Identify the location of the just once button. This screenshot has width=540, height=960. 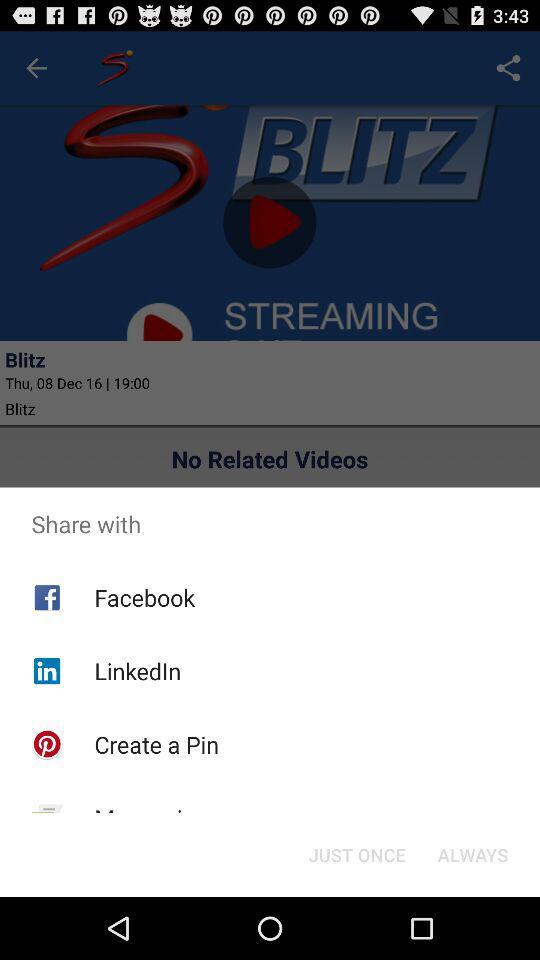
(356, 853).